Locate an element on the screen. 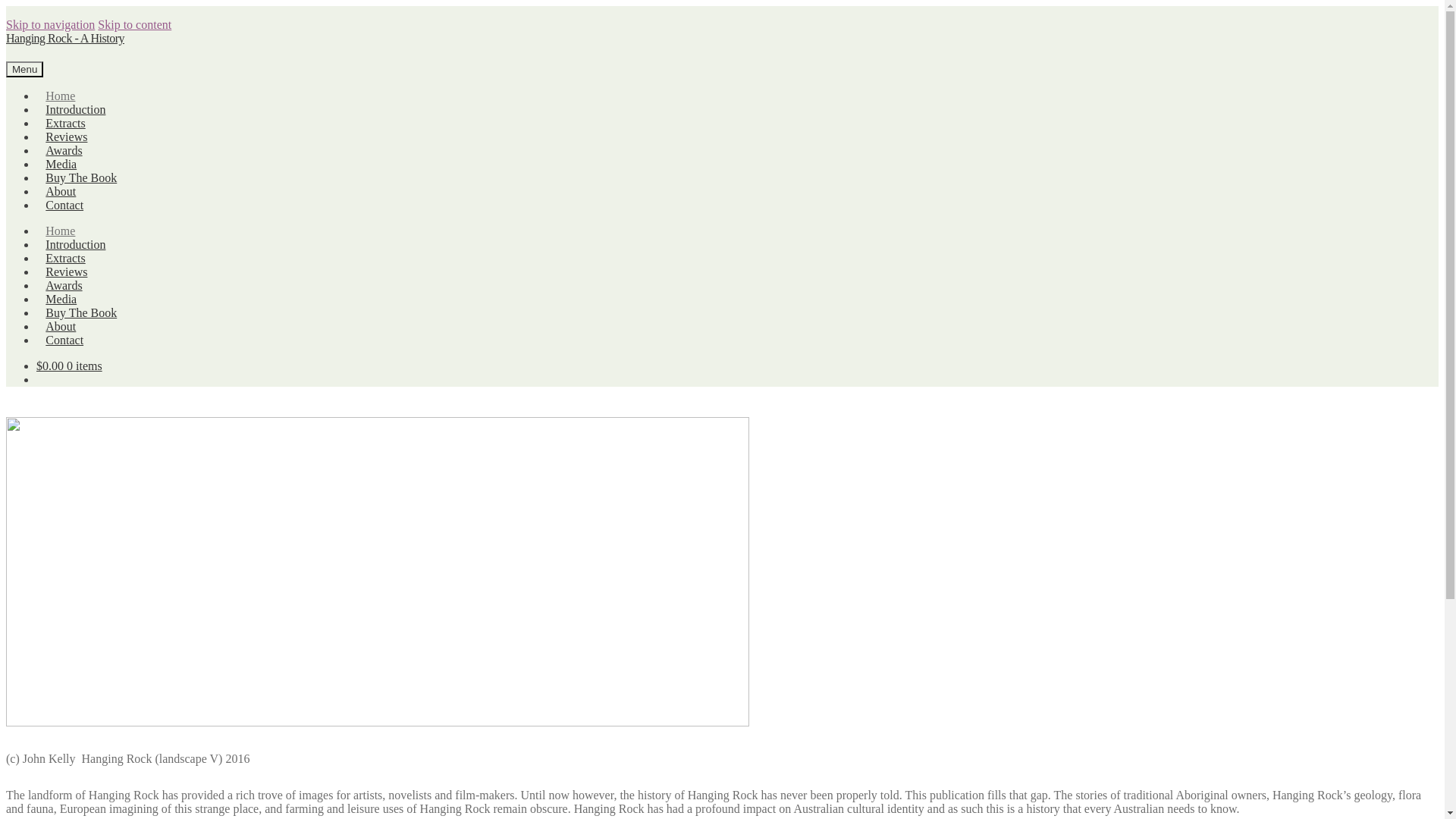  '$0.00 0 items' is located at coordinates (68, 366).